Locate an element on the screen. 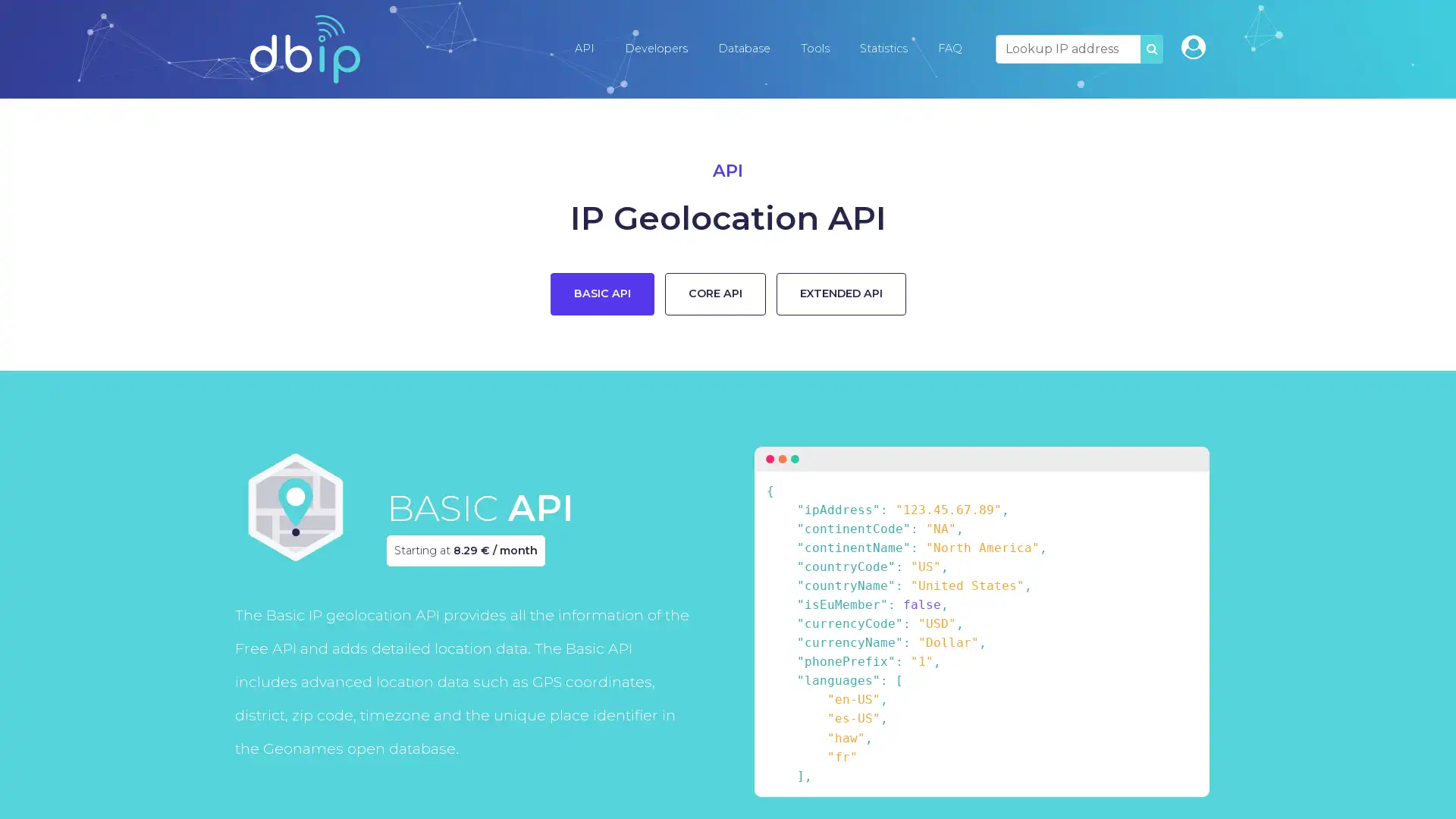 This screenshot has width=1456, height=819. SEARCH is located at coordinates (1151, 48).